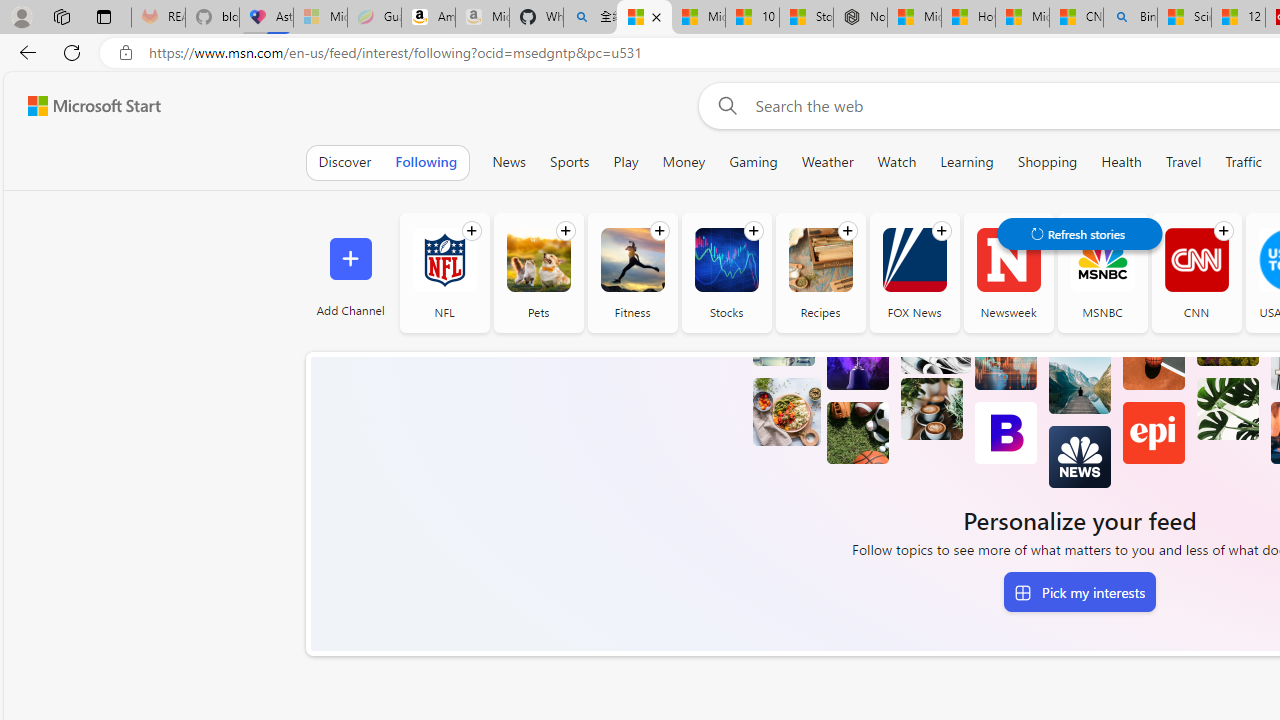 This screenshot has width=1280, height=720. I want to click on 'Web search', so click(723, 105).